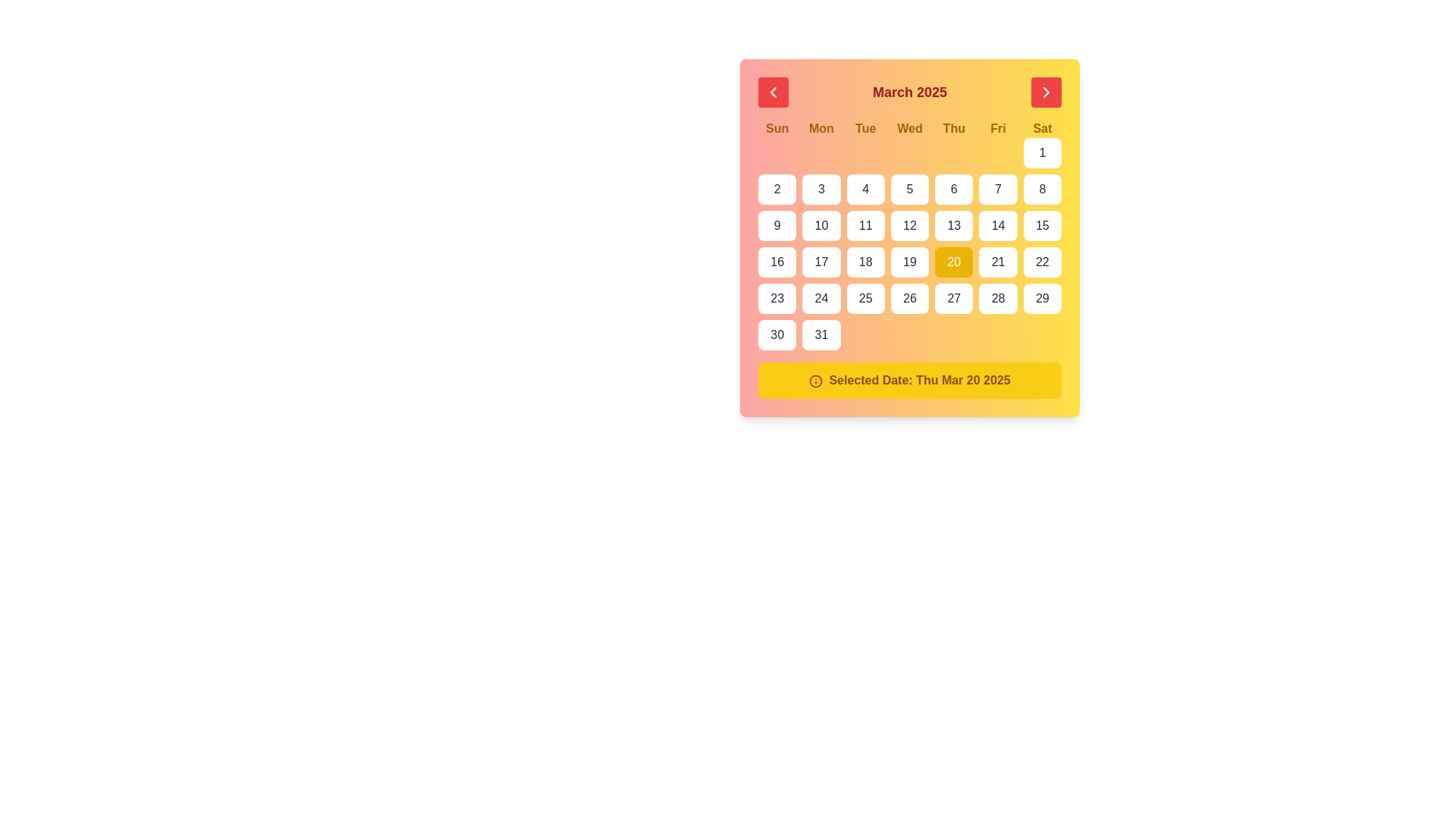 The width and height of the screenshot is (1456, 819). What do you see at coordinates (998, 225) in the screenshot?
I see `the button displaying the number '14' in the calendar layout` at bounding box center [998, 225].